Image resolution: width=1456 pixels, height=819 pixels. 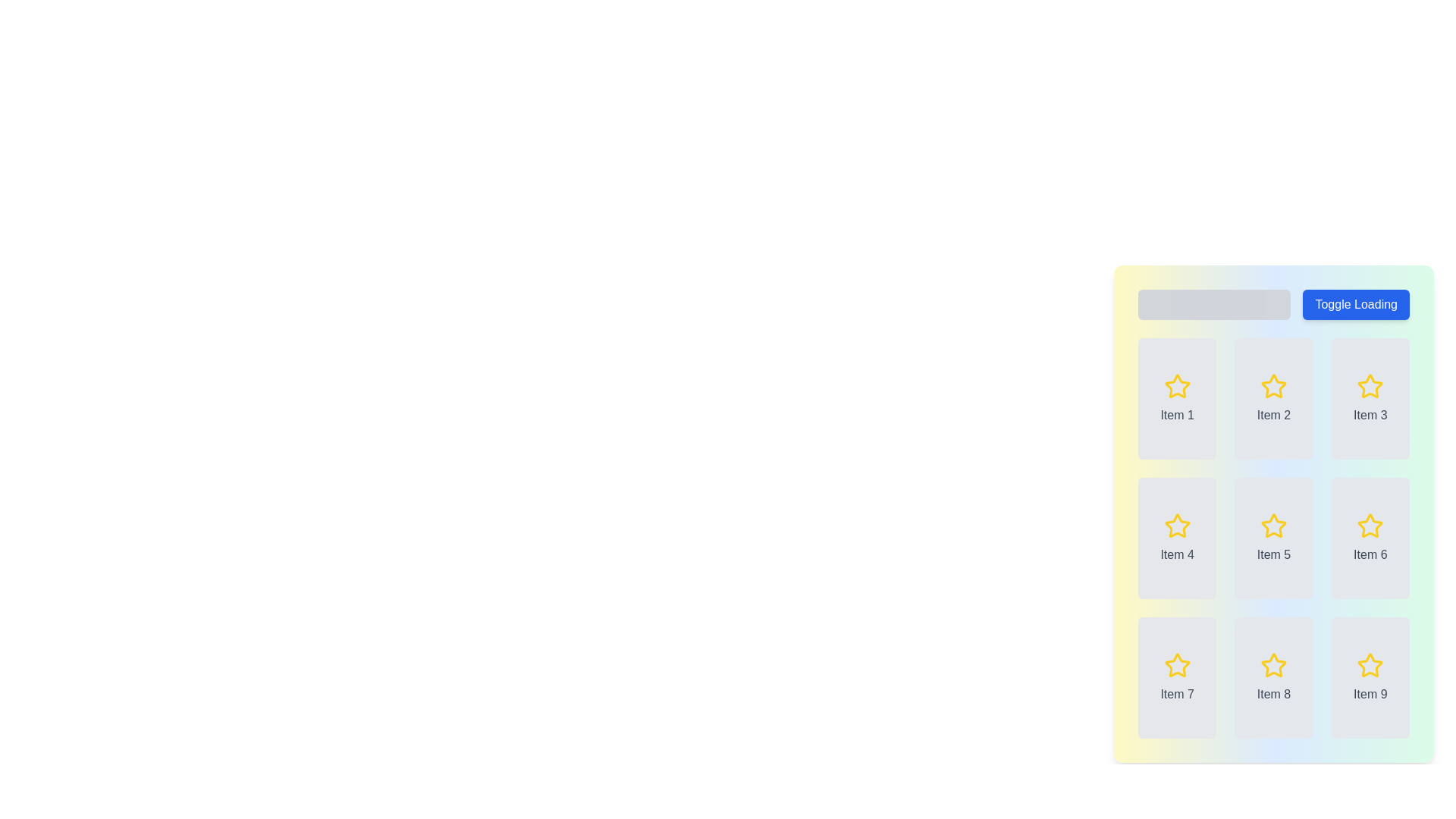 I want to click on the second star icon in the rating system, so click(x=1274, y=385).